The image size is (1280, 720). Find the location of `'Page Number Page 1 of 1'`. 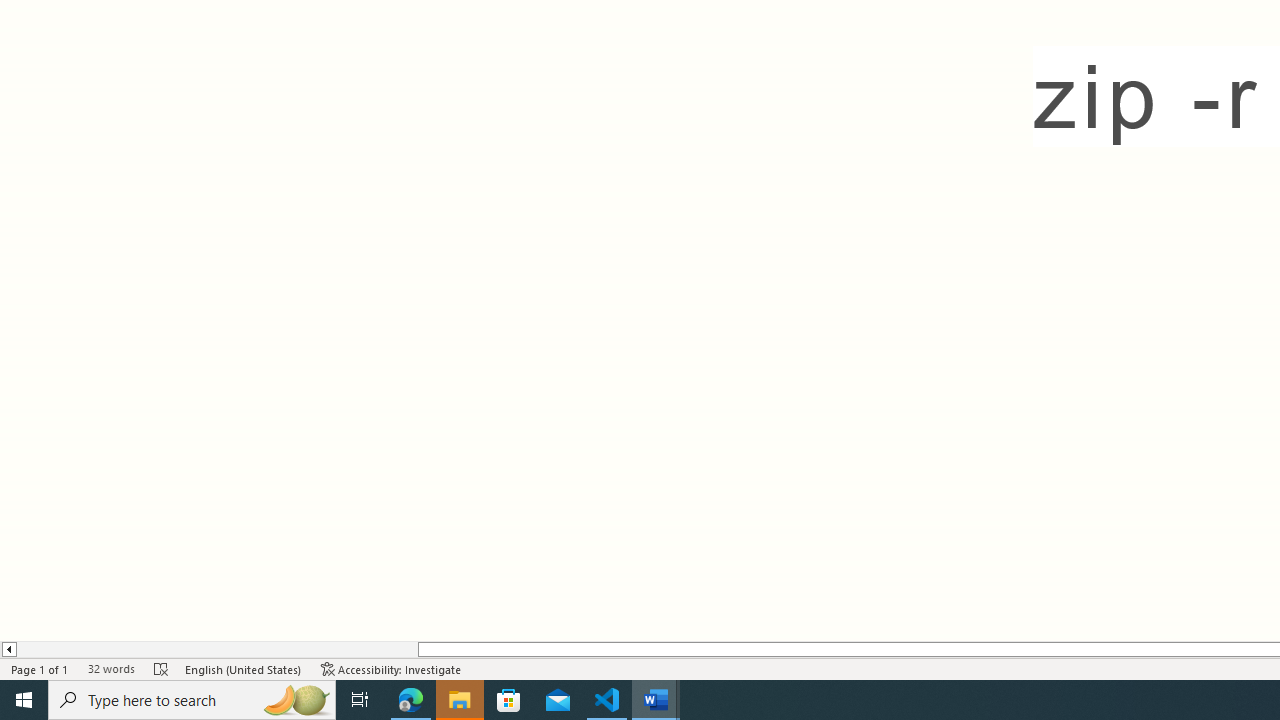

'Page Number Page 1 of 1' is located at coordinates (40, 669).